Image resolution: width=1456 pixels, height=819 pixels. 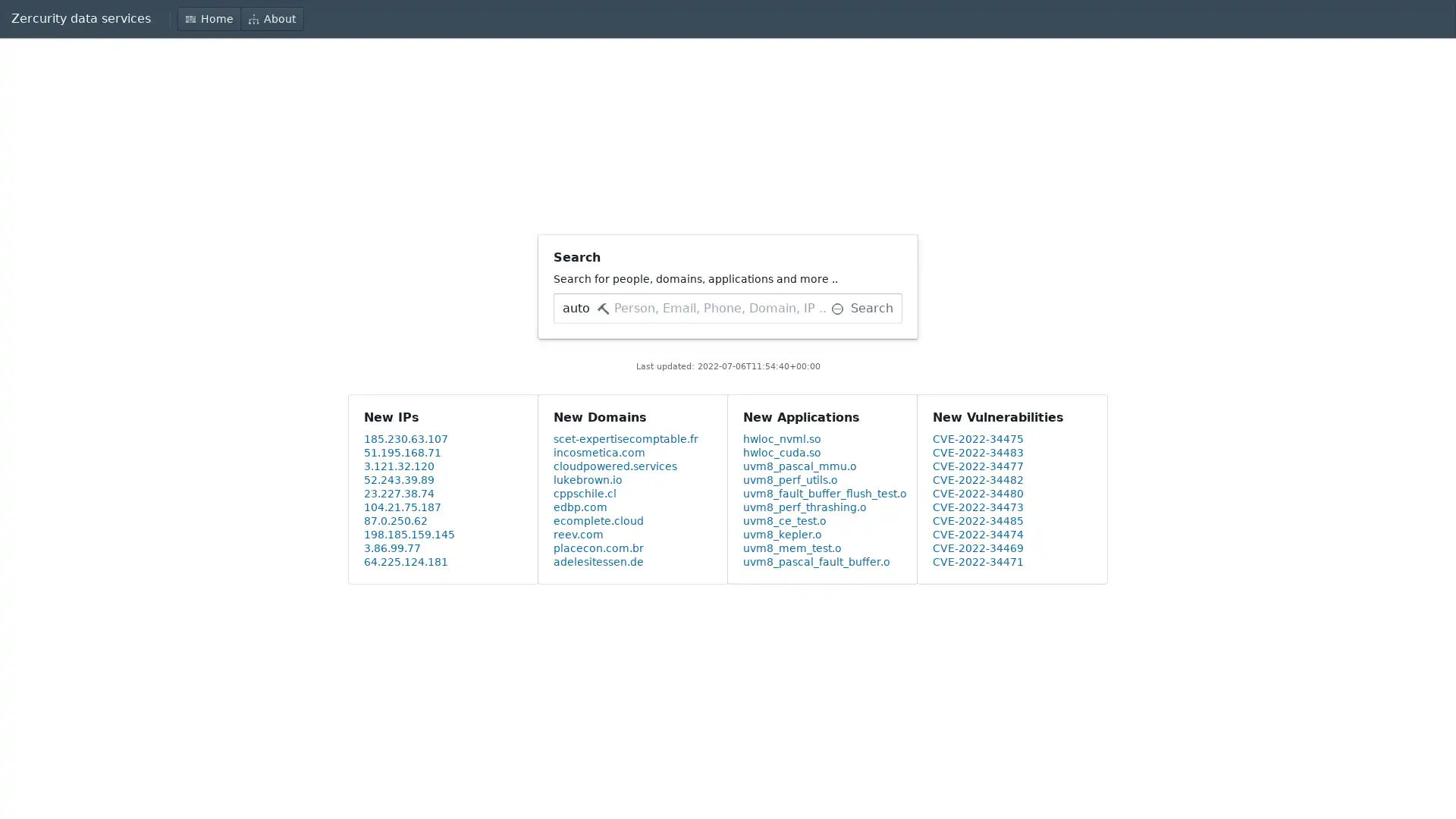 I want to click on Home, so click(x=209, y=18).